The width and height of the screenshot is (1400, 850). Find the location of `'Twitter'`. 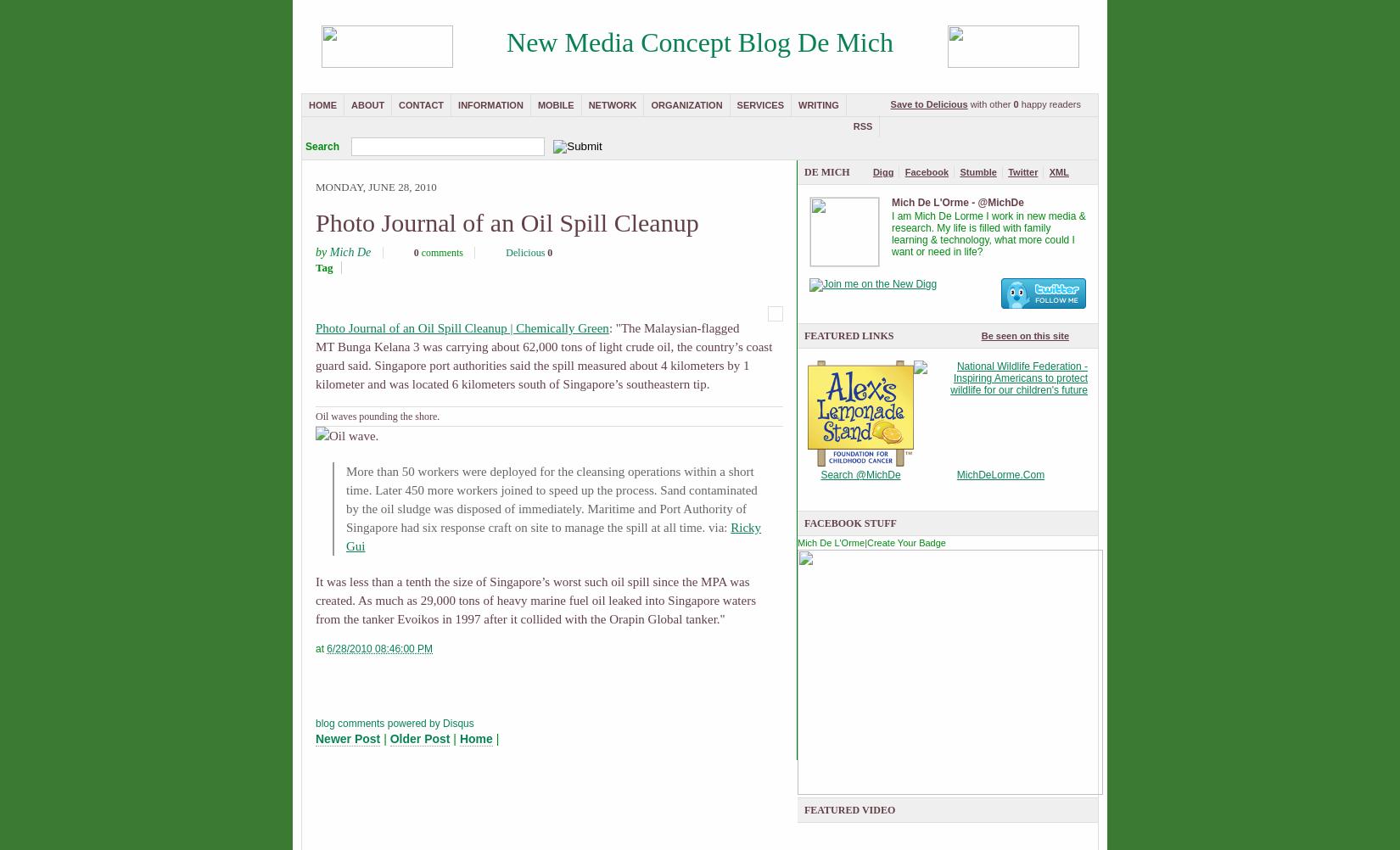

'Twitter' is located at coordinates (1008, 172).